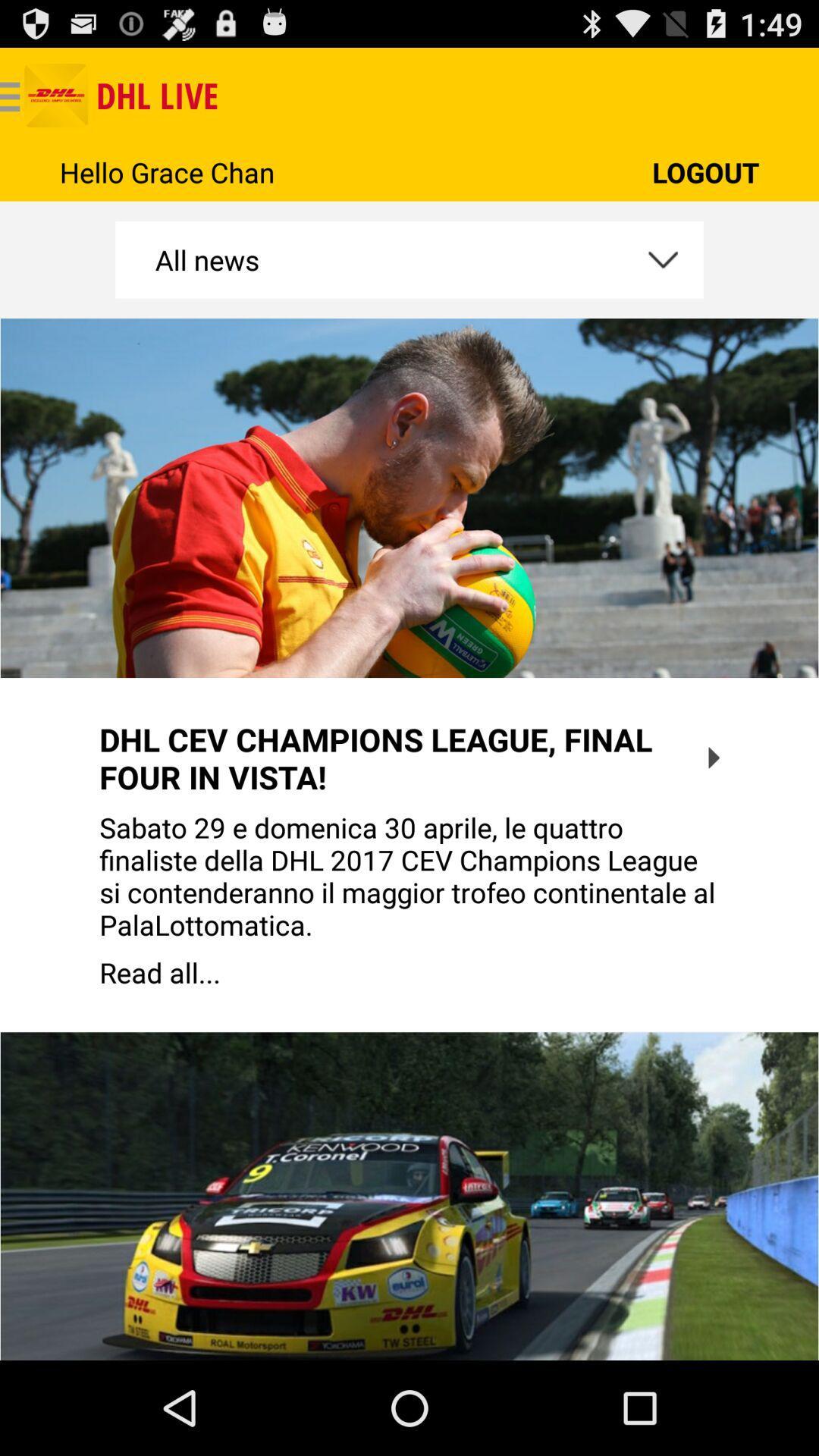 Image resolution: width=819 pixels, height=1456 pixels. I want to click on the logout item, so click(705, 172).